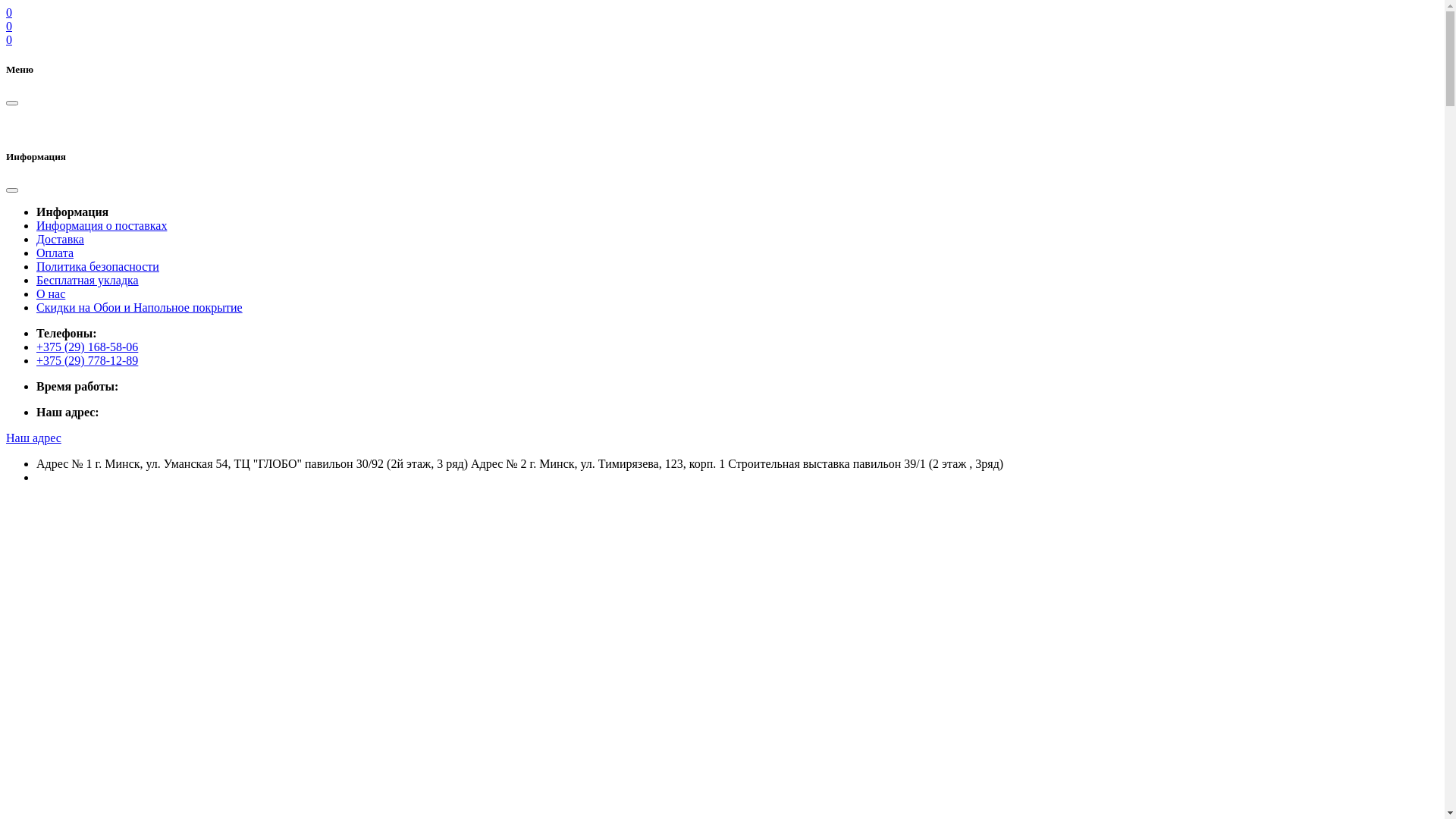 This screenshot has width=1456, height=819. What do you see at coordinates (6, 39) in the screenshot?
I see `'0'` at bounding box center [6, 39].